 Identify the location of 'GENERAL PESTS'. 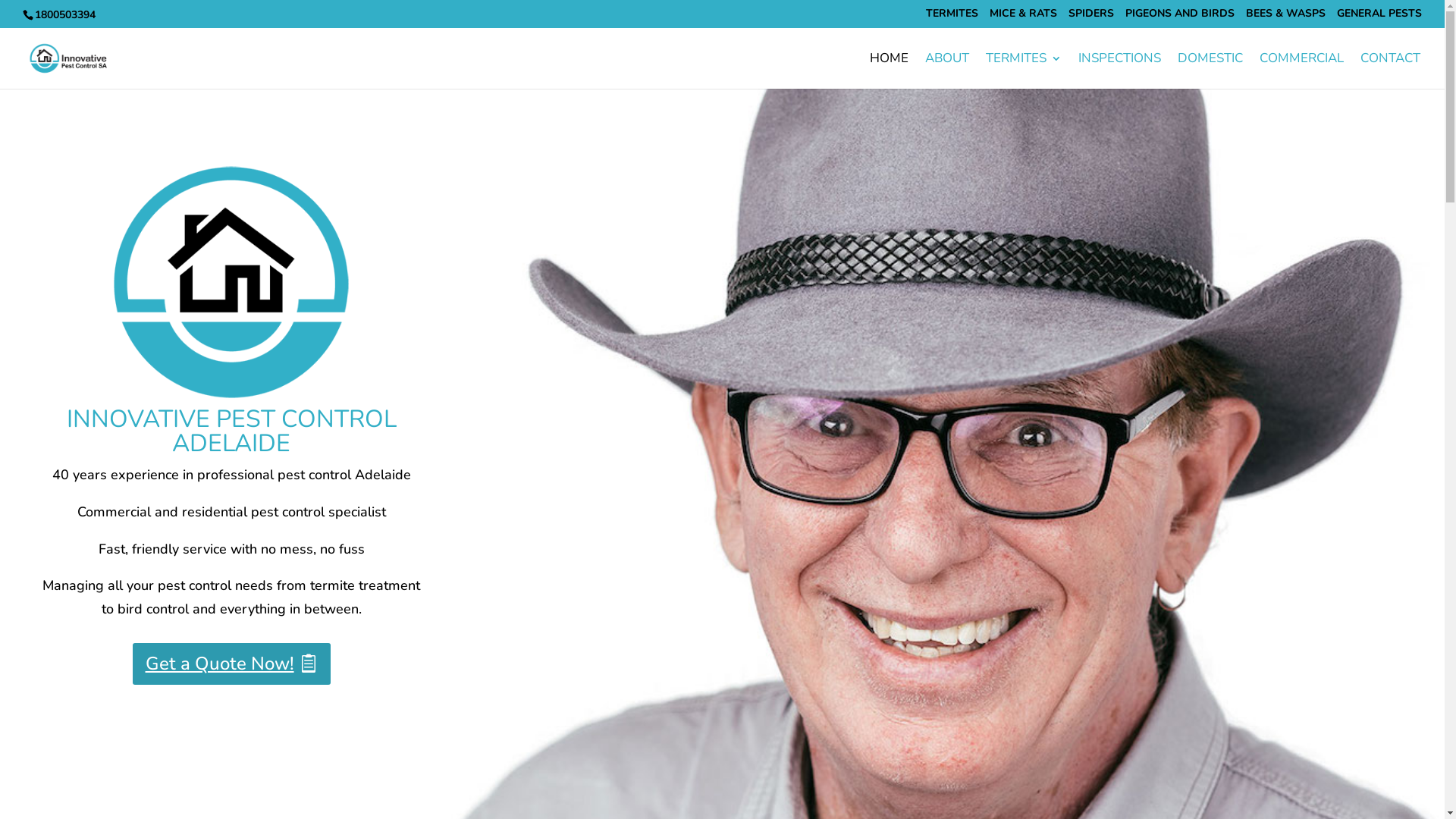
(1379, 17).